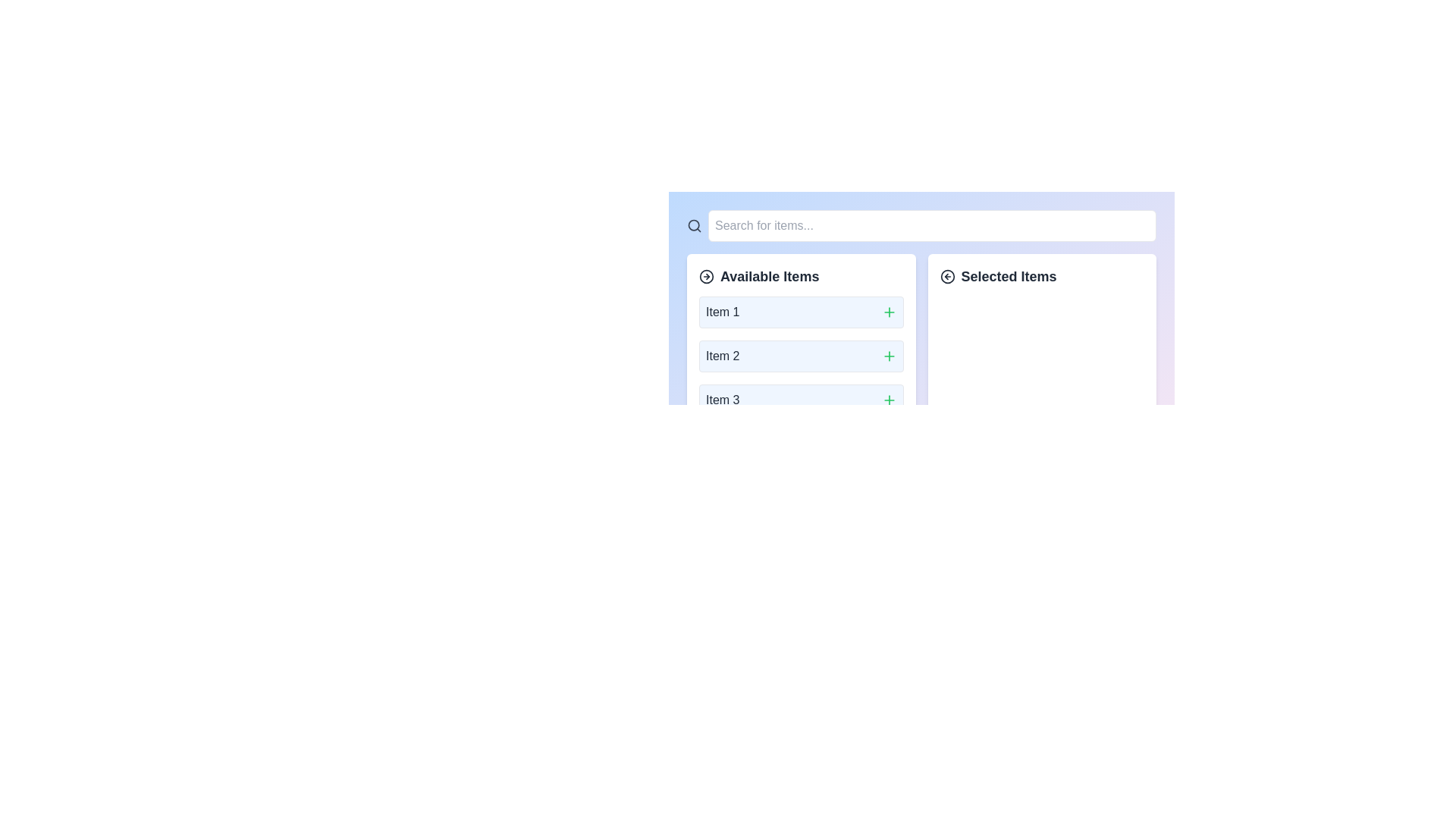 The width and height of the screenshot is (1456, 819). I want to click on the static text label 'Item 3' displayed in dark blue font color within the 'Available Items' section, located in the third row of the vertical list, so click(722, 400).